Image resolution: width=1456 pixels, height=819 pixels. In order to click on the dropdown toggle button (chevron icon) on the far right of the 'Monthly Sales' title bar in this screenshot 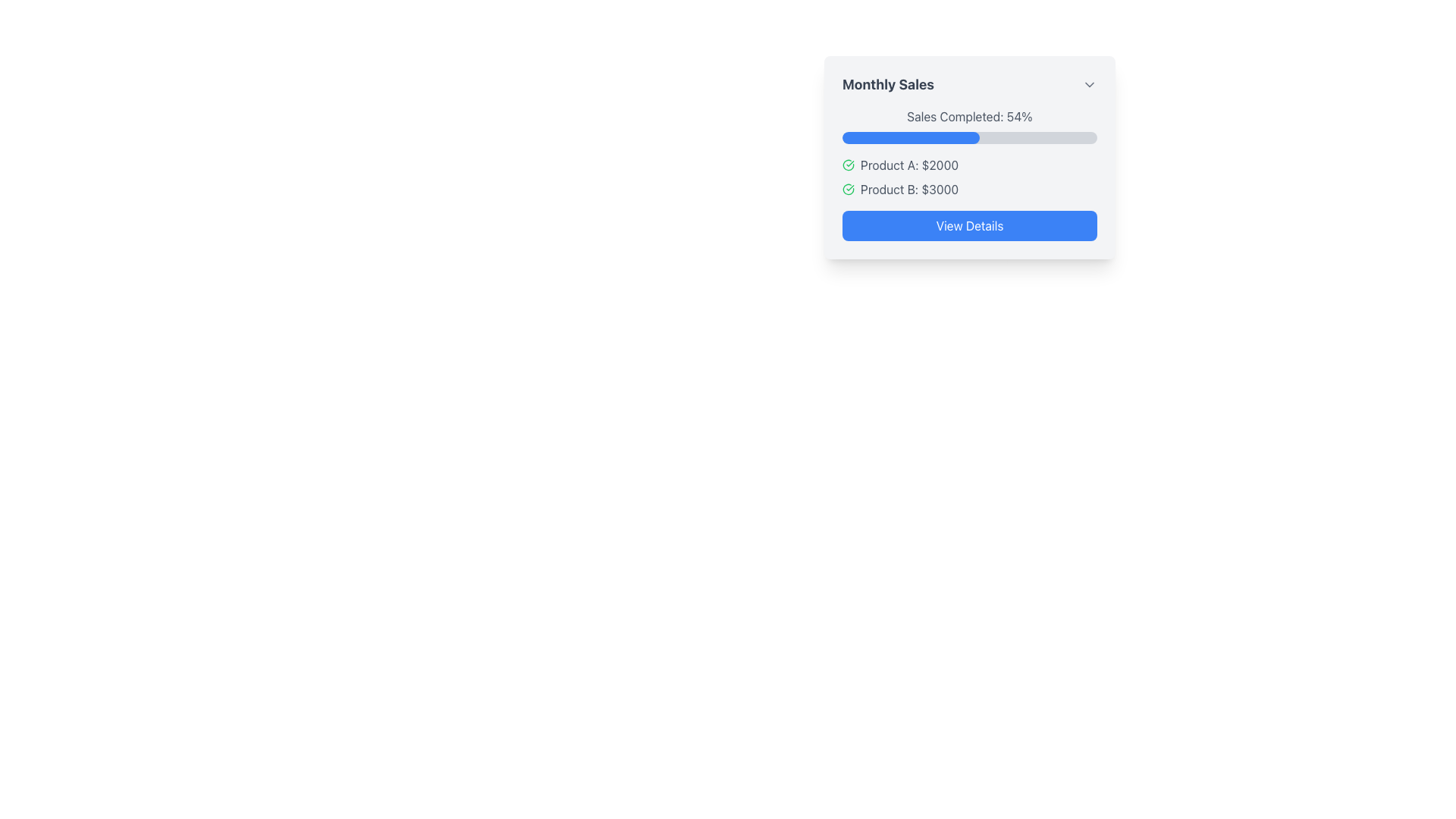, I will do `click(1088, 84)`.